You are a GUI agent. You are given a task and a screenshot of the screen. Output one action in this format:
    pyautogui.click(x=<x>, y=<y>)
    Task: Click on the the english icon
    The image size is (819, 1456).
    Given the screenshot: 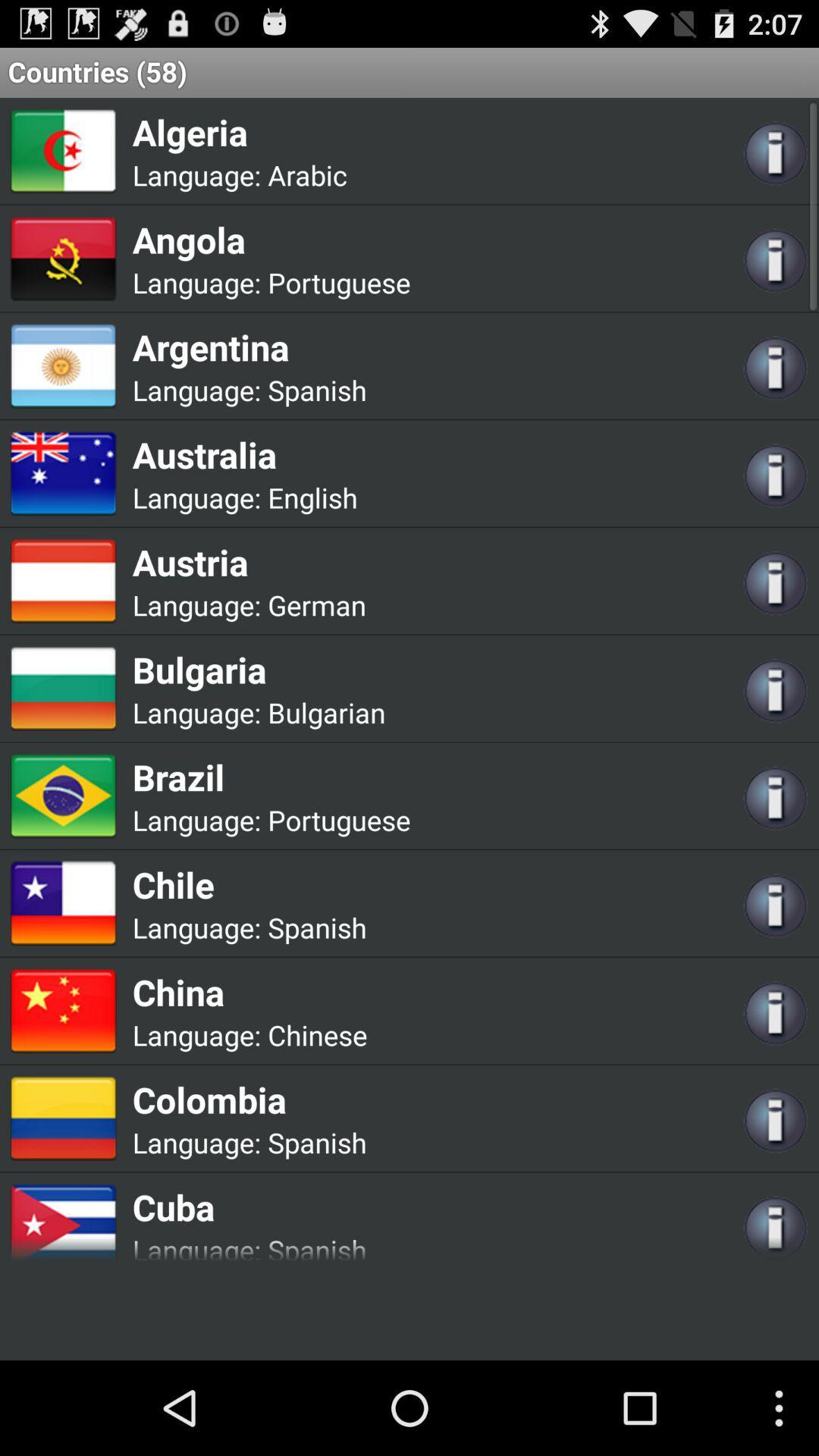 What is the action you would take?
    pyautogui.click(x=312, y=497)
    